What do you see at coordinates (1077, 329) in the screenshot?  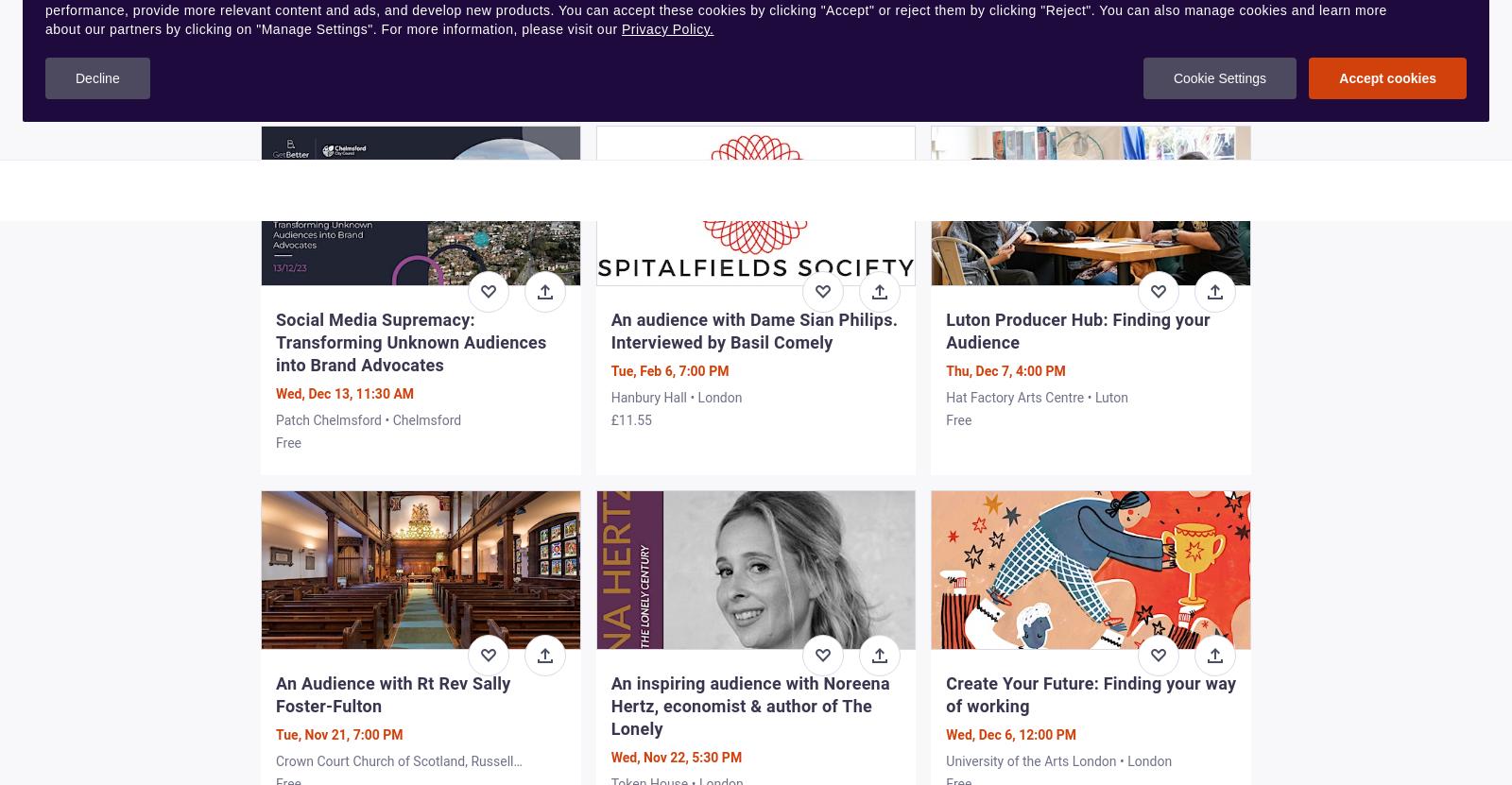 I see `'Luton Producer Hub: Finding your Audience'` at bounding box center [1077, 329].